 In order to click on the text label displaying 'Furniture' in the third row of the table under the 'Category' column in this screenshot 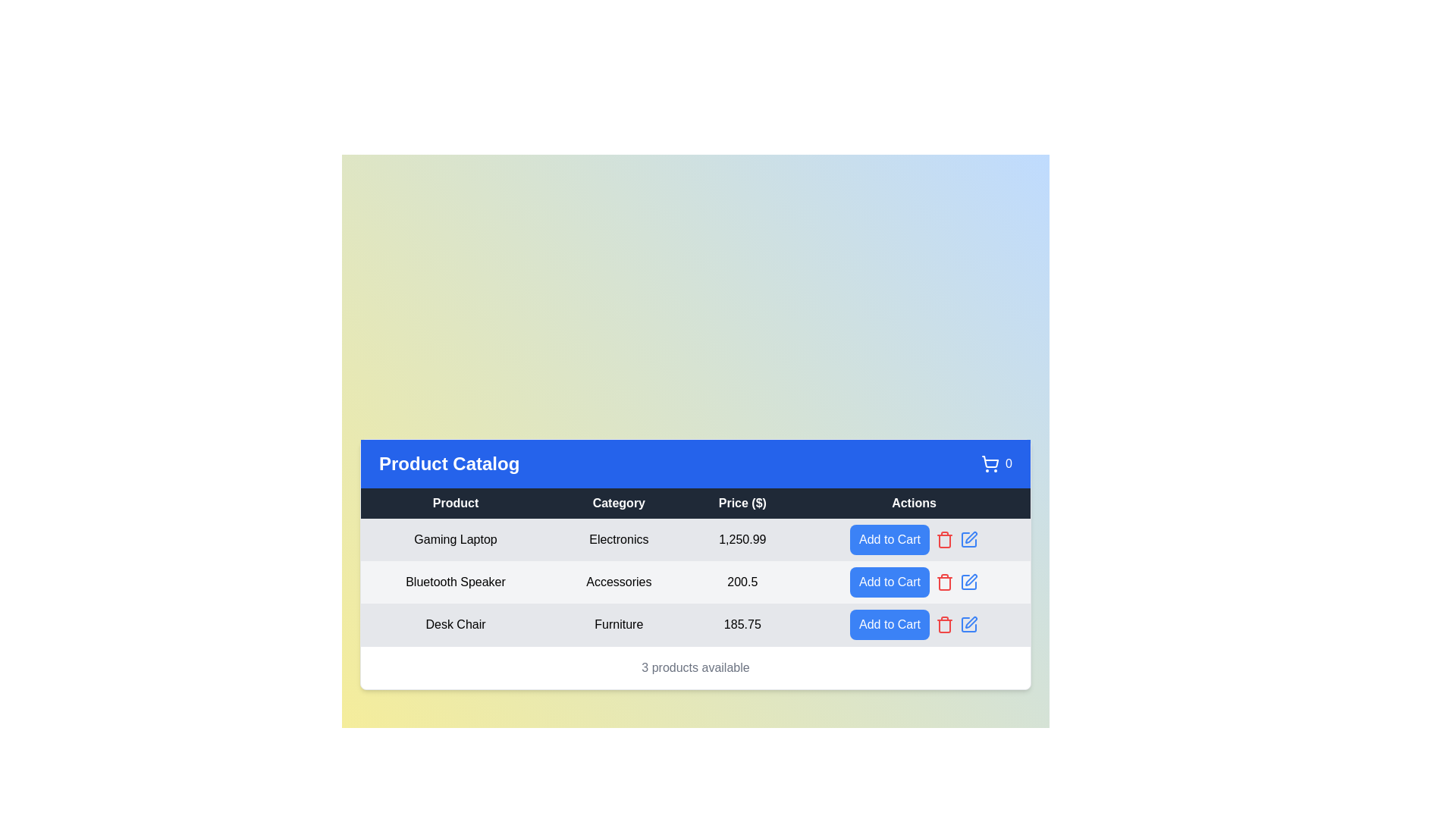, I will do `click(619, 624)`.